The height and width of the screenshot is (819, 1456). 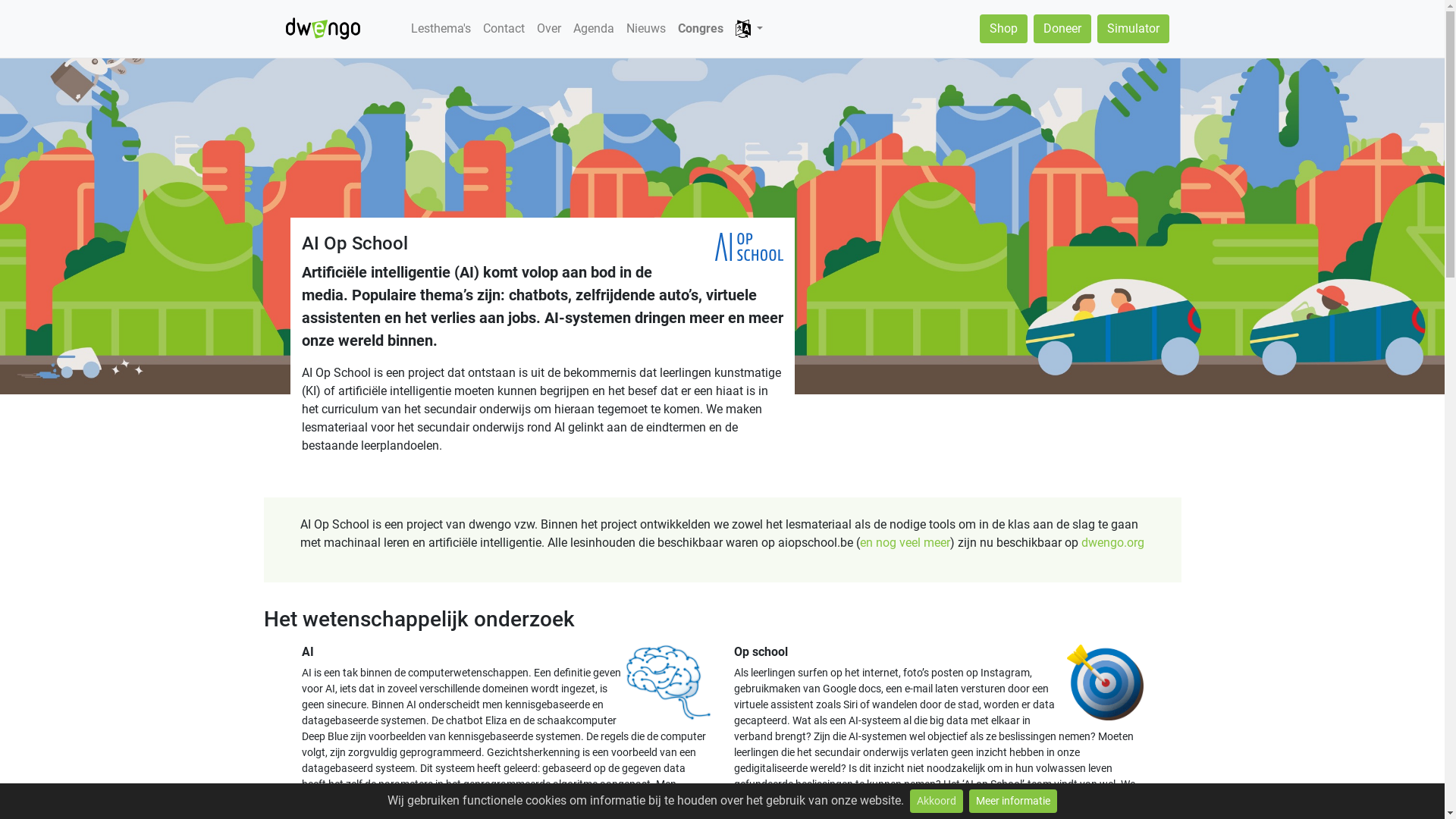 I want to click on 'Doneer', so click(x=1061, y=29).